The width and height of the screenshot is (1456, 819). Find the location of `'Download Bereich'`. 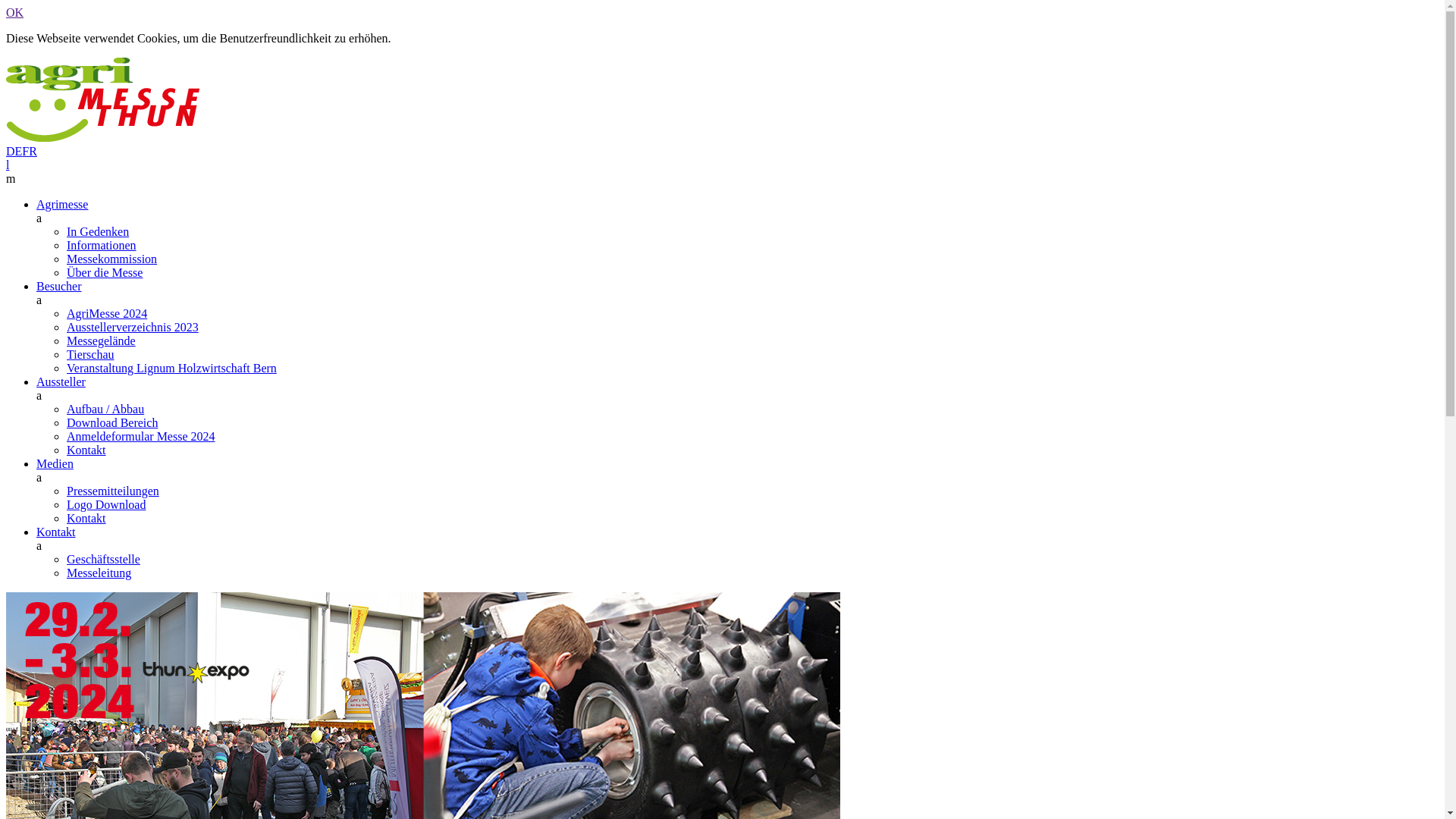

'Download Bereich' is located at coordinates (111, 422).